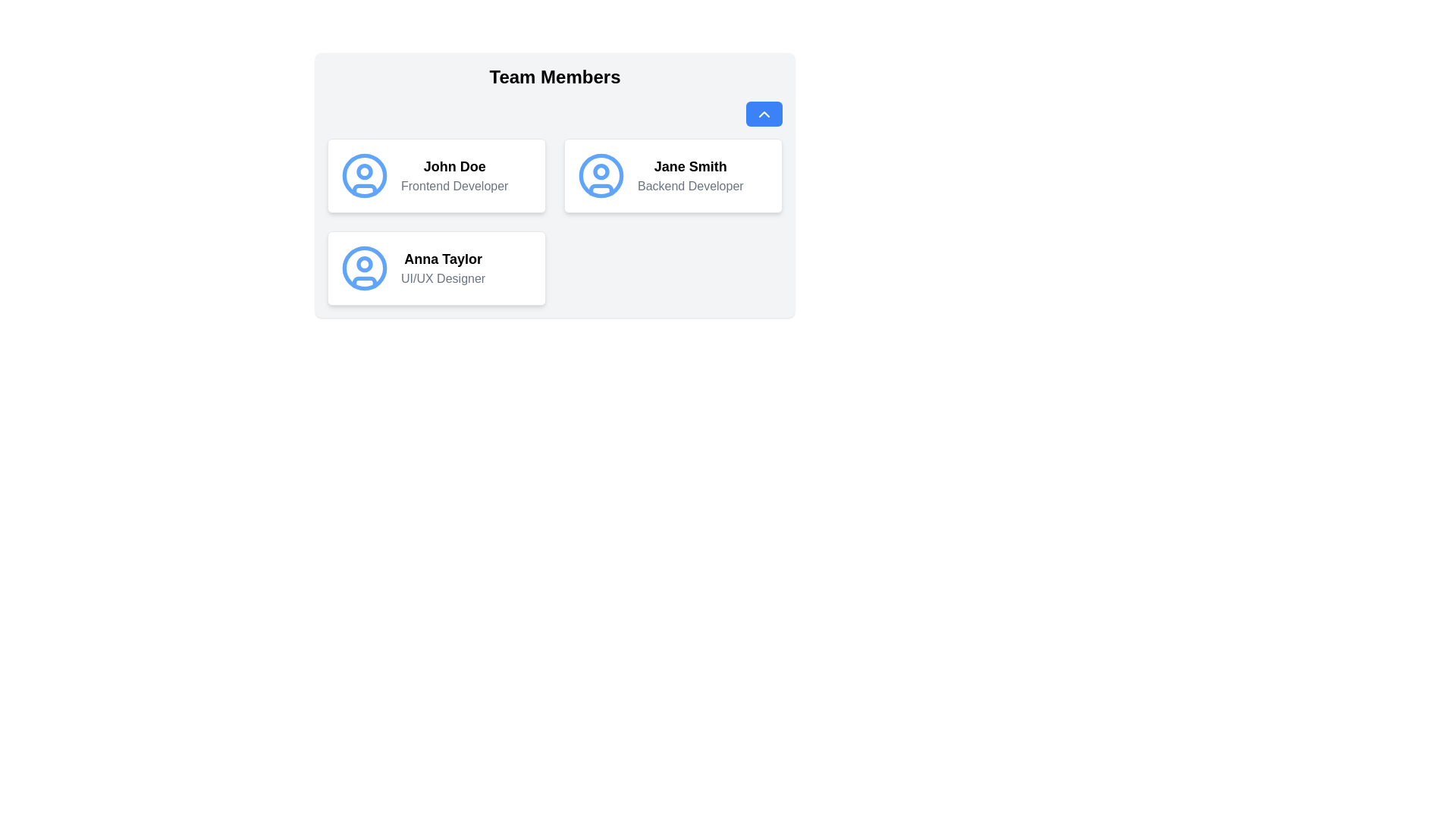 The image size is (1456, 819). I want to click on the team member card displaying the name and role of the second team member in the 'Team Members' section, so click(673, 174).